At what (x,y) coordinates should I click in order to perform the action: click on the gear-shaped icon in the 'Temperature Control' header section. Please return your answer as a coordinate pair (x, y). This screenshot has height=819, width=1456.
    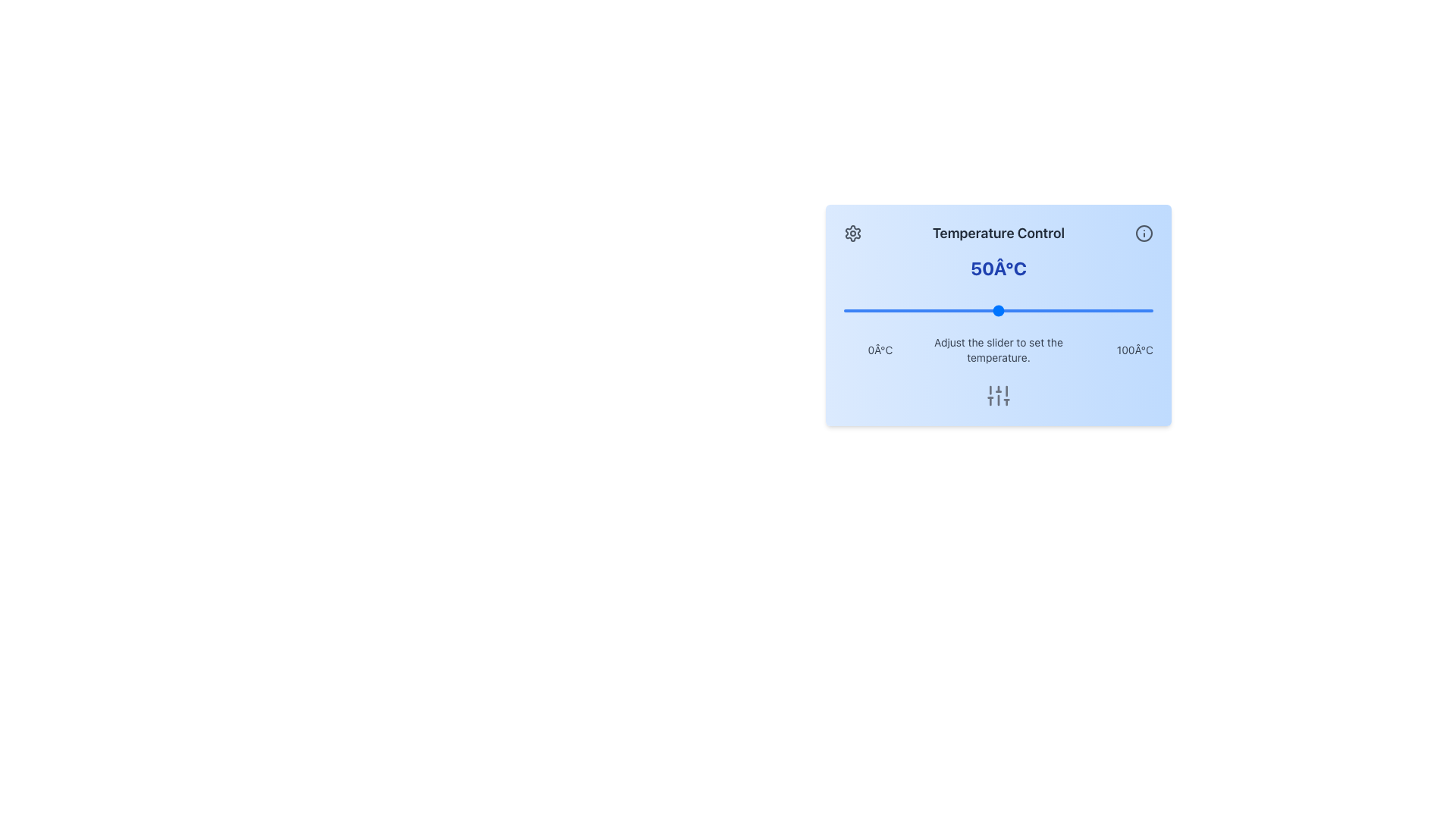
    Looking at the image, I should click on (852, 234).